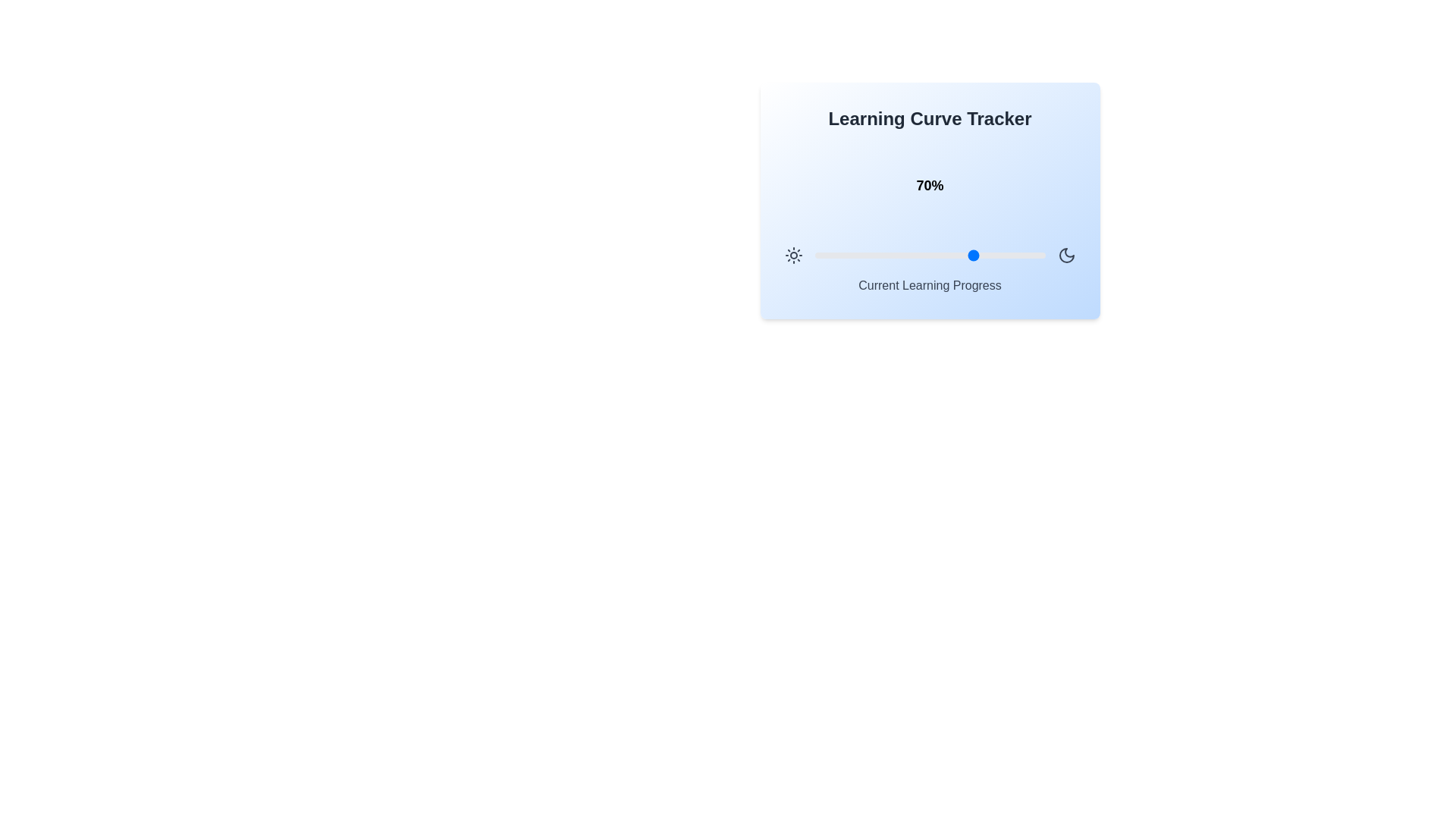  I want to click on the center of the circular progress indicator to inspect it, so click(929, 185).